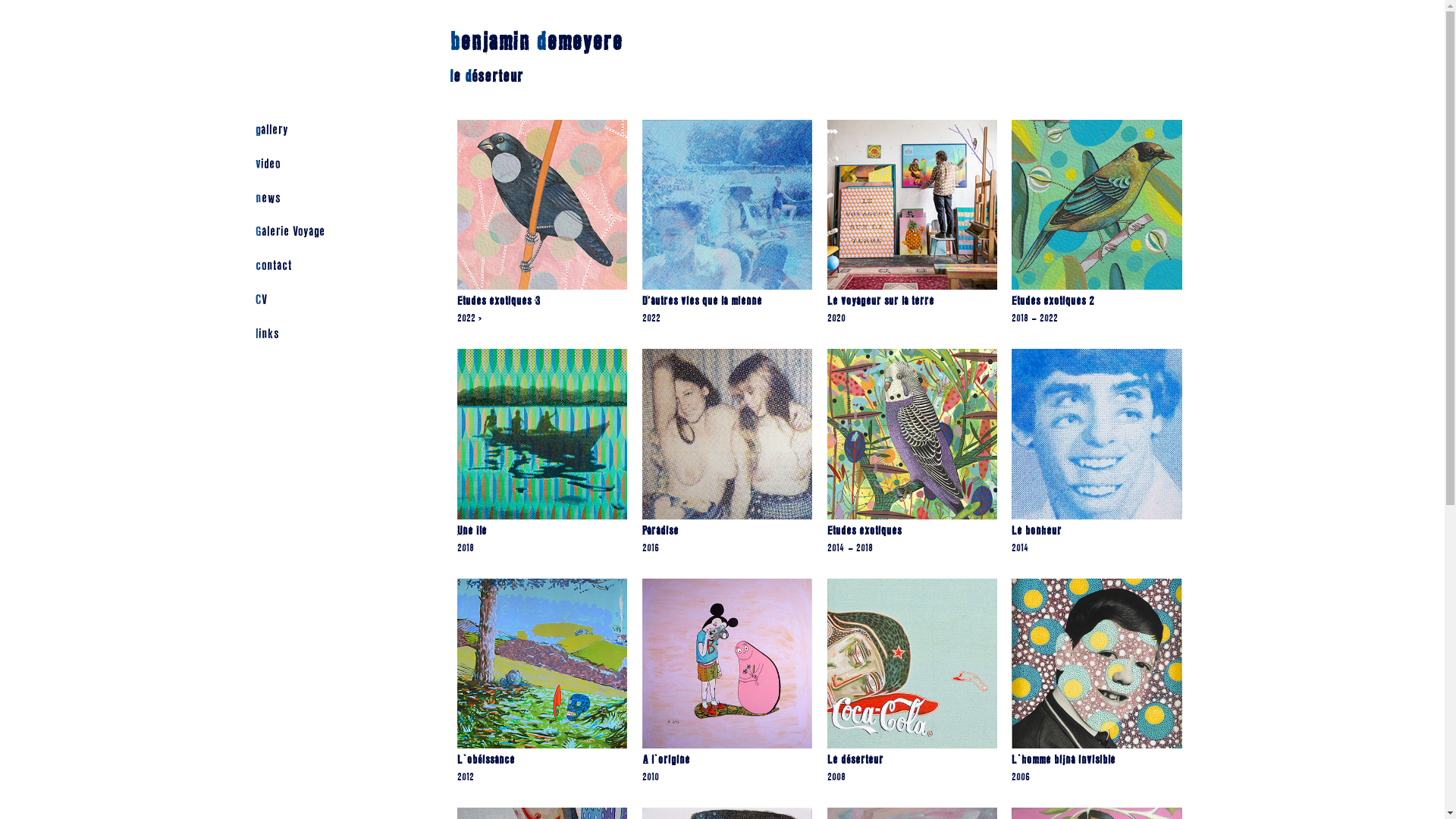  Describe the element at coordinates (542, 227) in the screenshot. I see `'Etudes exotiques 3` at that location.